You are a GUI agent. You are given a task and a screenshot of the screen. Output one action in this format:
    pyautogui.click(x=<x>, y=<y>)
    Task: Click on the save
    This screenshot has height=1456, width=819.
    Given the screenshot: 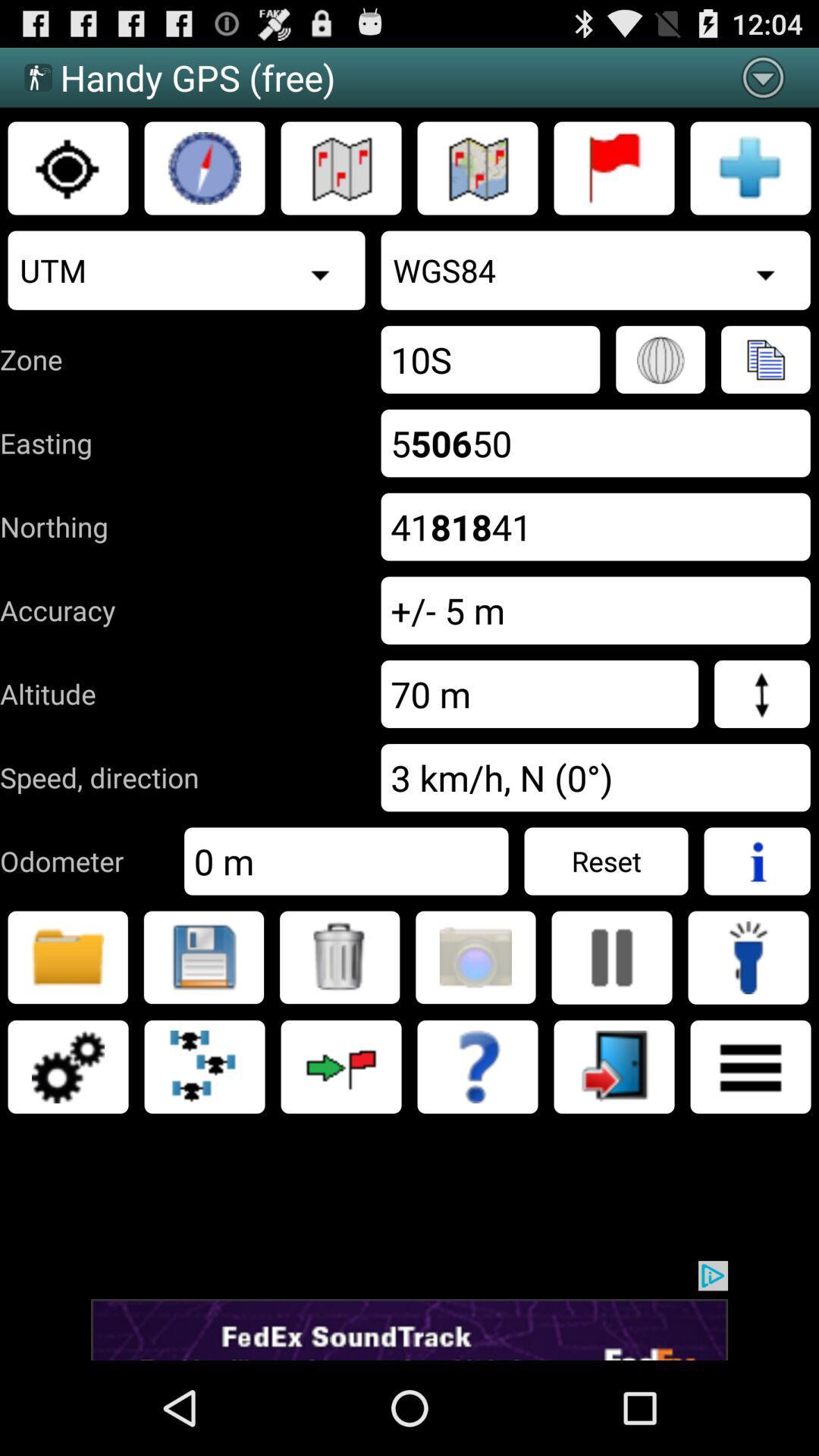 What is the action you would take?
    pyautogui.click(x=202, y=956)
    